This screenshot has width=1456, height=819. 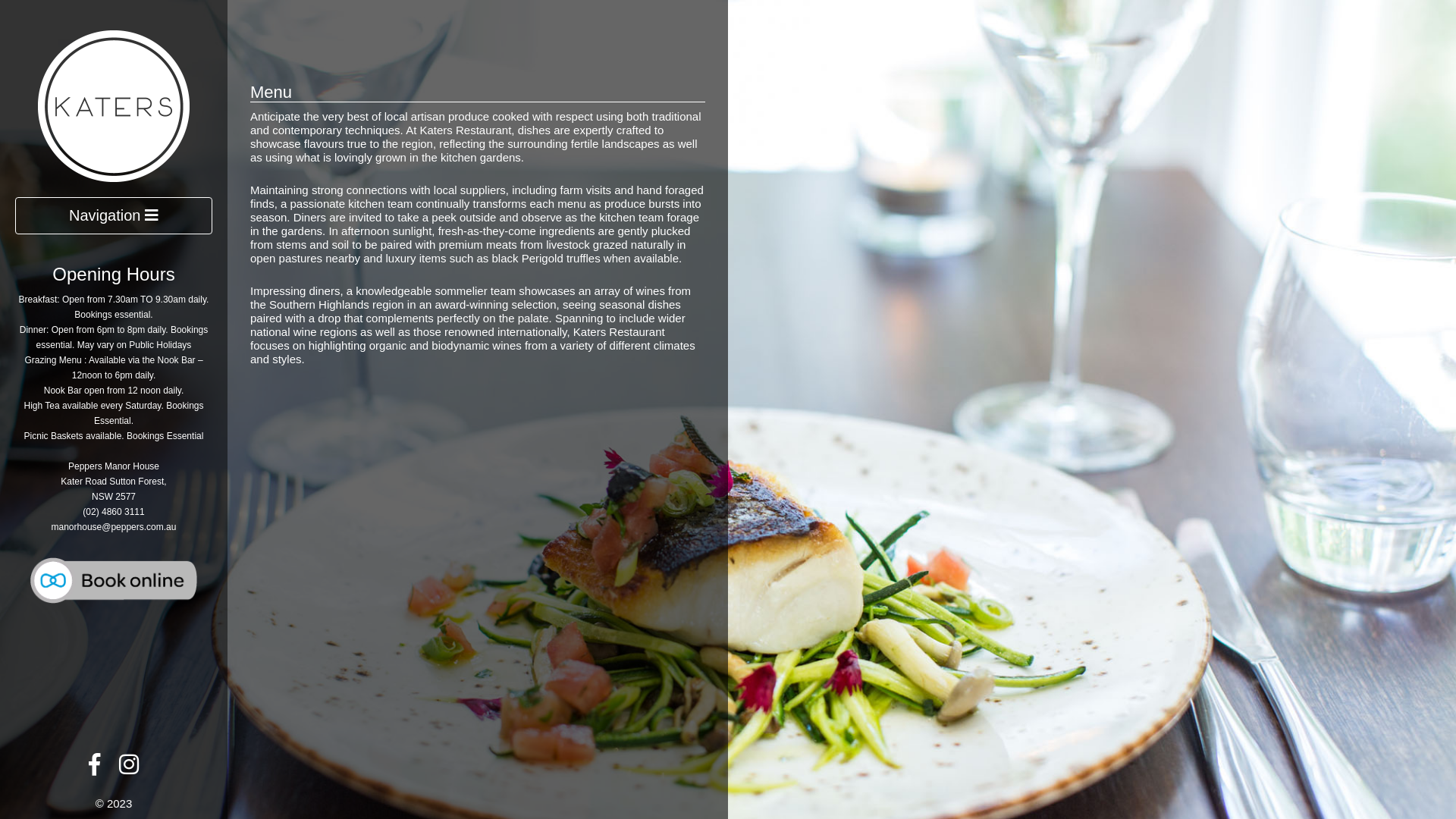 I want to click on 'Facebook', so click(x=93, y=768).